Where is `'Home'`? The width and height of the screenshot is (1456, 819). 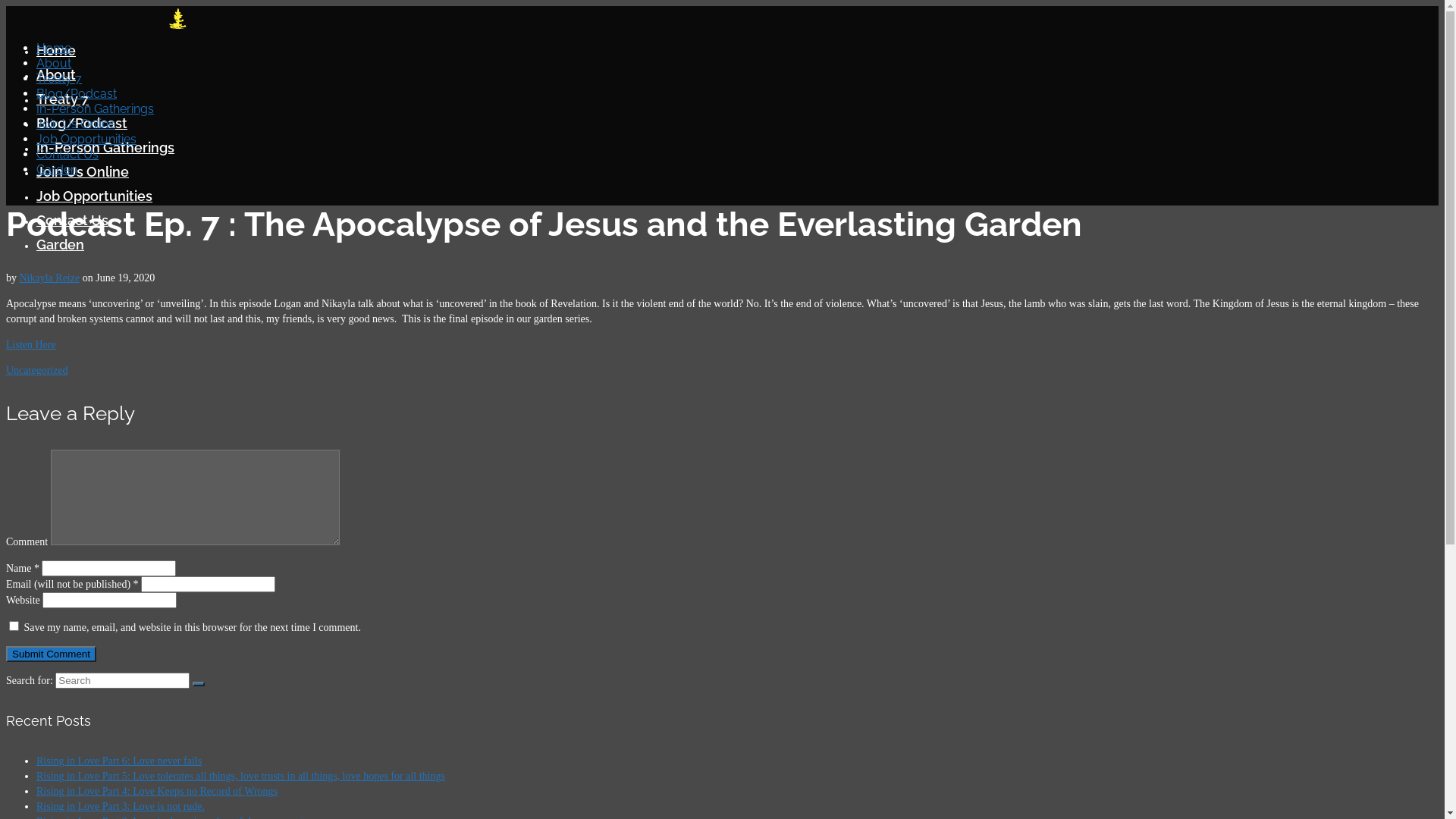
'Home' is located at coordinates (55, 49).